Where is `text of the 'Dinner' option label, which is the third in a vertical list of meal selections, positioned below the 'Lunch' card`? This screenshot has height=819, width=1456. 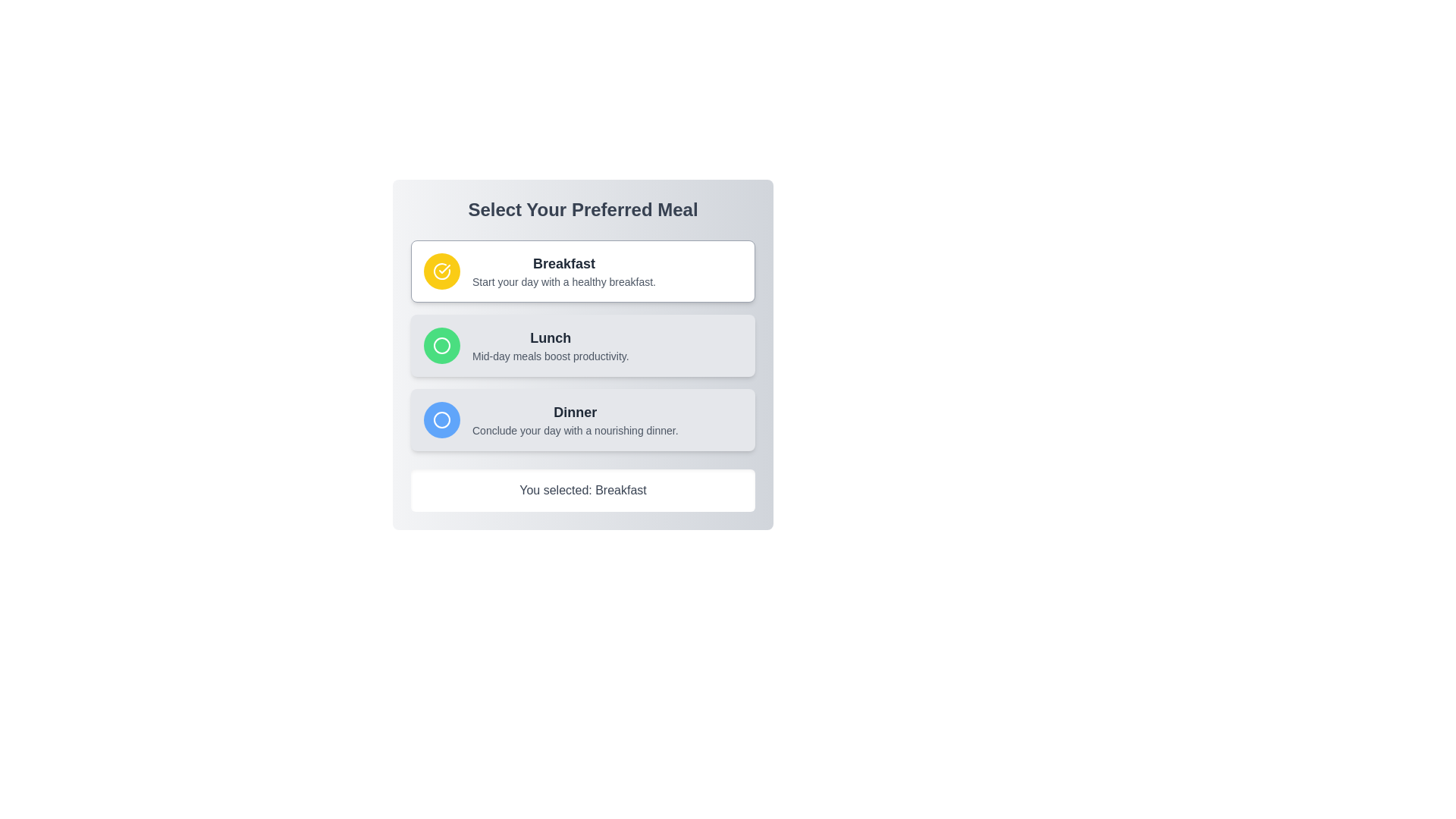 text of the 'Dinner' option label, which is the third in a vertical list of meal selections, positioned below the 'Lunch' card is located at coordinates (574, 420).